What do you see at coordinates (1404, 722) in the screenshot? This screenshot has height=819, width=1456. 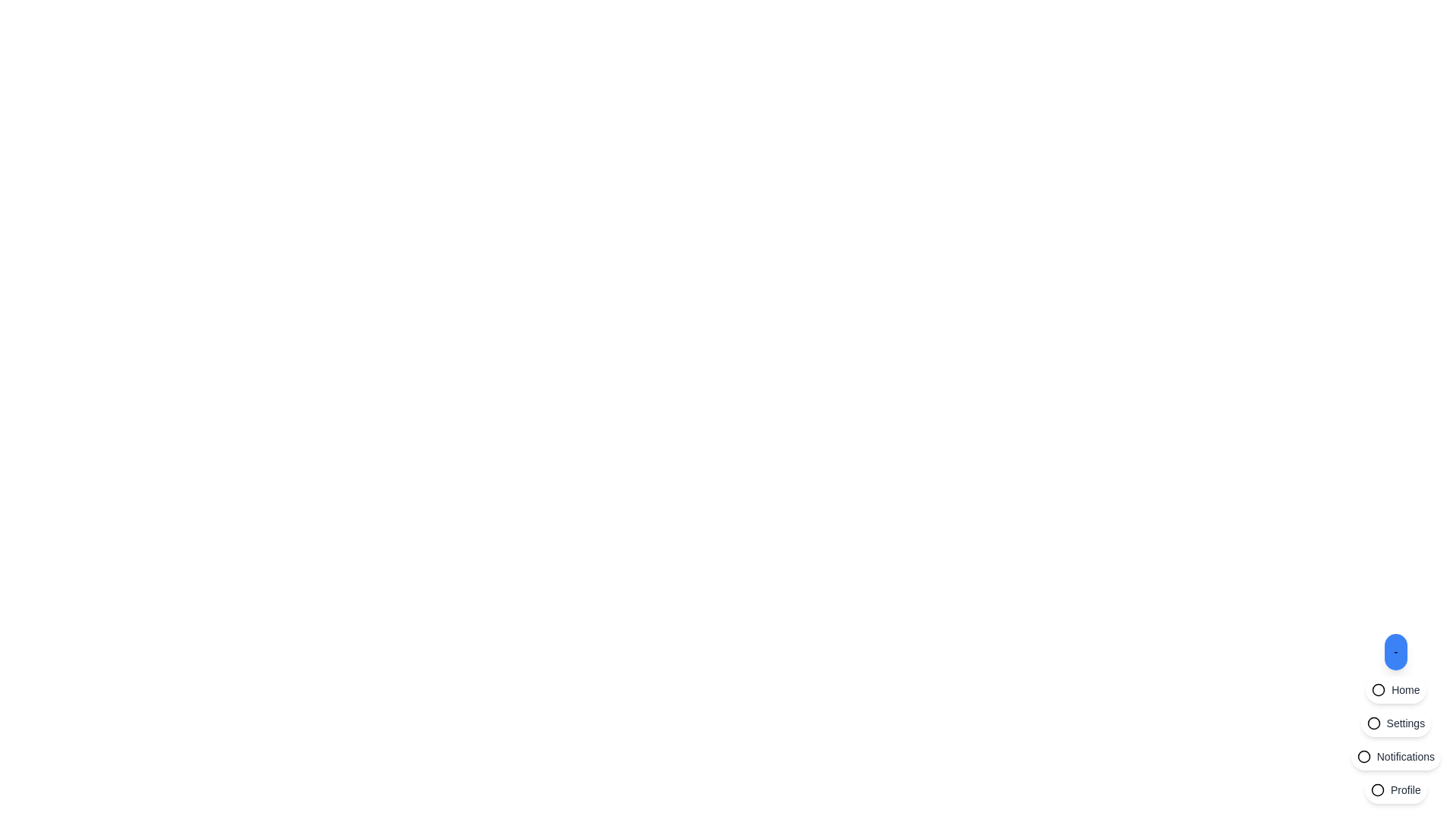 I see `the 'Settings' text label element, which displays the word 'Settings' in a small-sized gray font in the sidebar, positioned below 'Home' and above 'Notifications'` at bounding box center [1404, 722].